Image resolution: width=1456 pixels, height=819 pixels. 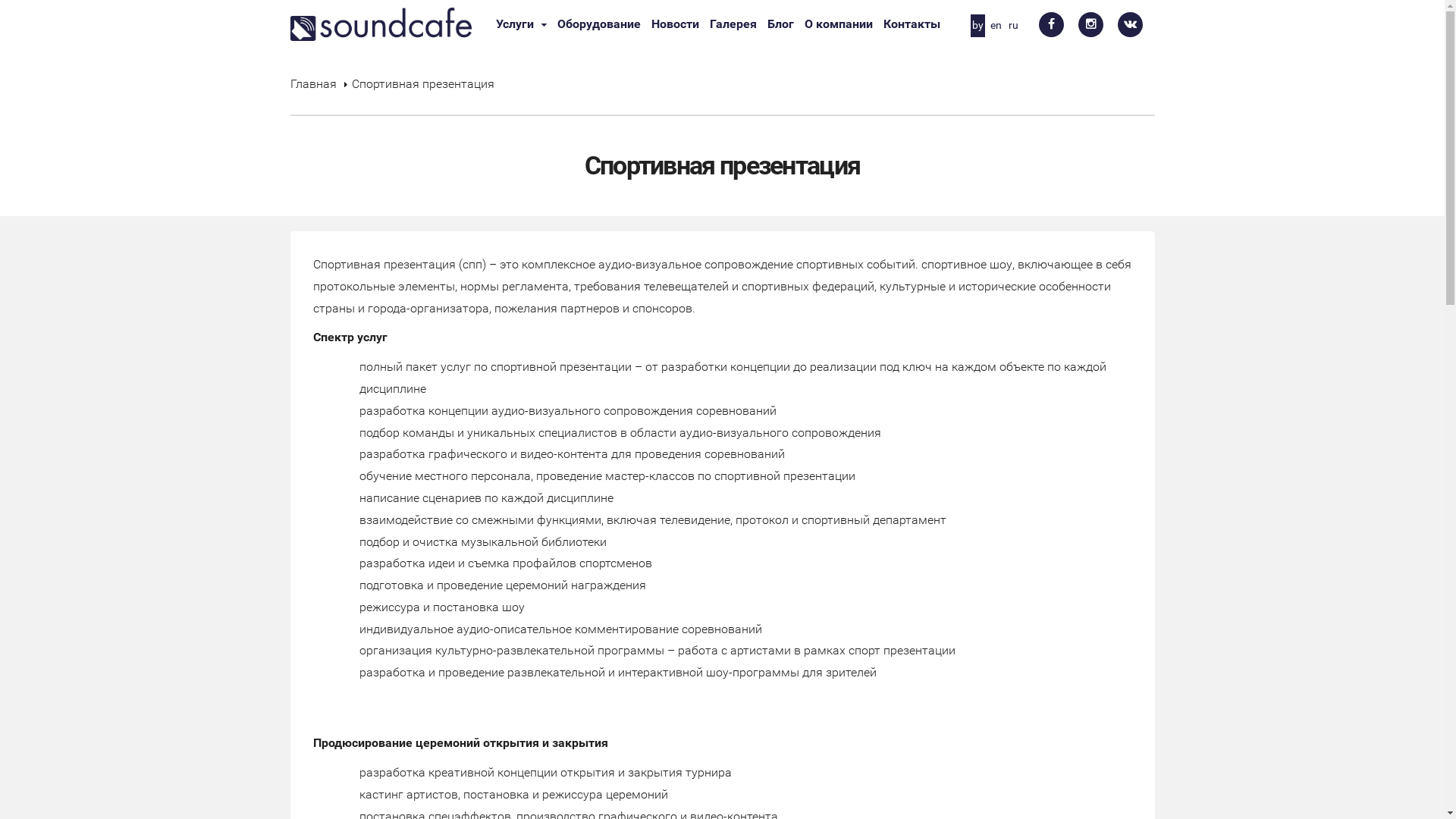 I want to click on 'ru', so click(x=1013, y=25).